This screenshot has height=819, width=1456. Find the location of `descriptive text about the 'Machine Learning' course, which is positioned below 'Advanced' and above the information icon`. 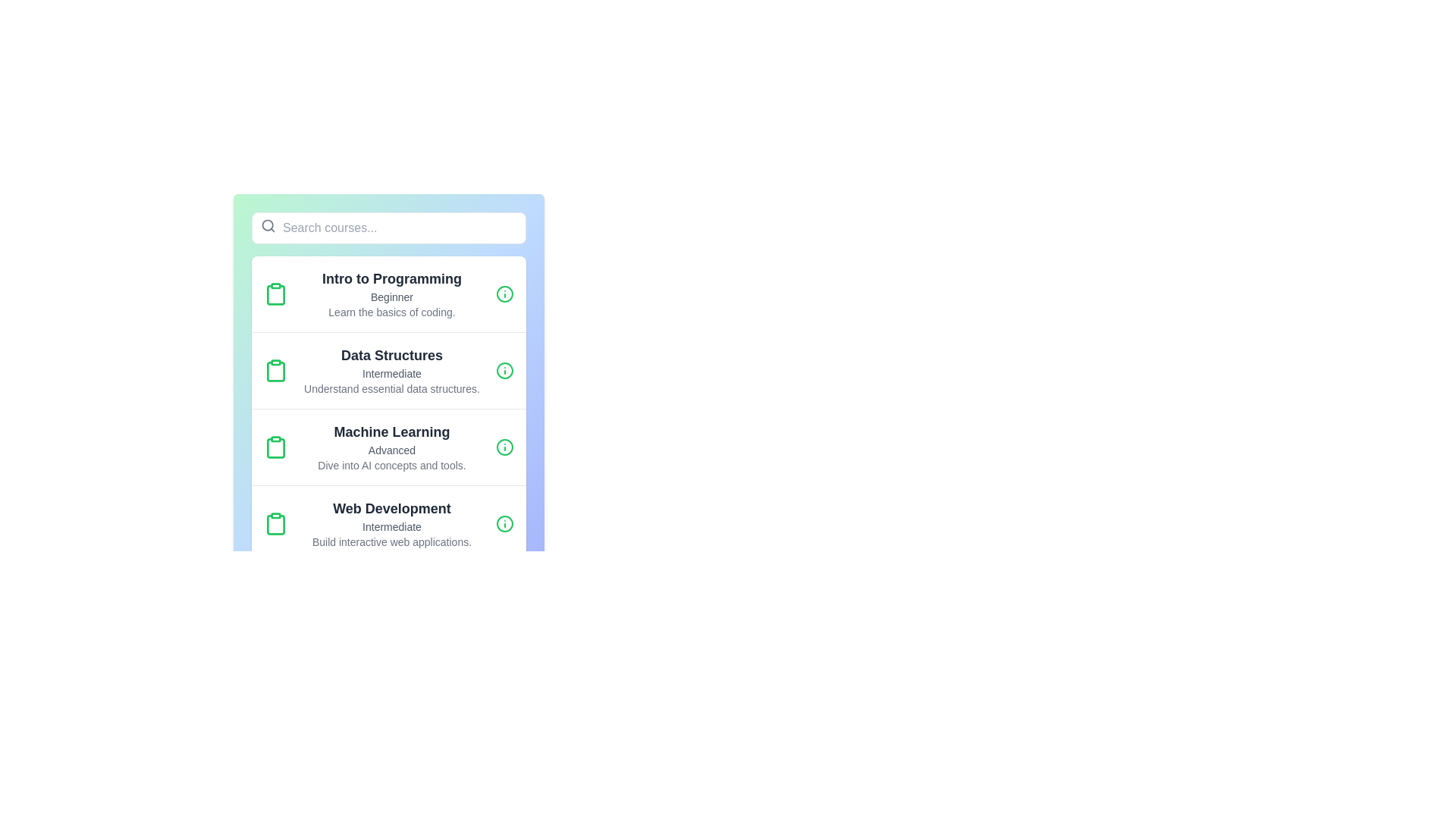

descriptive text about the 'Machine Learning' course, which is positioned below 'Advanced' and above the information icon is located at coordinates (392, 464).